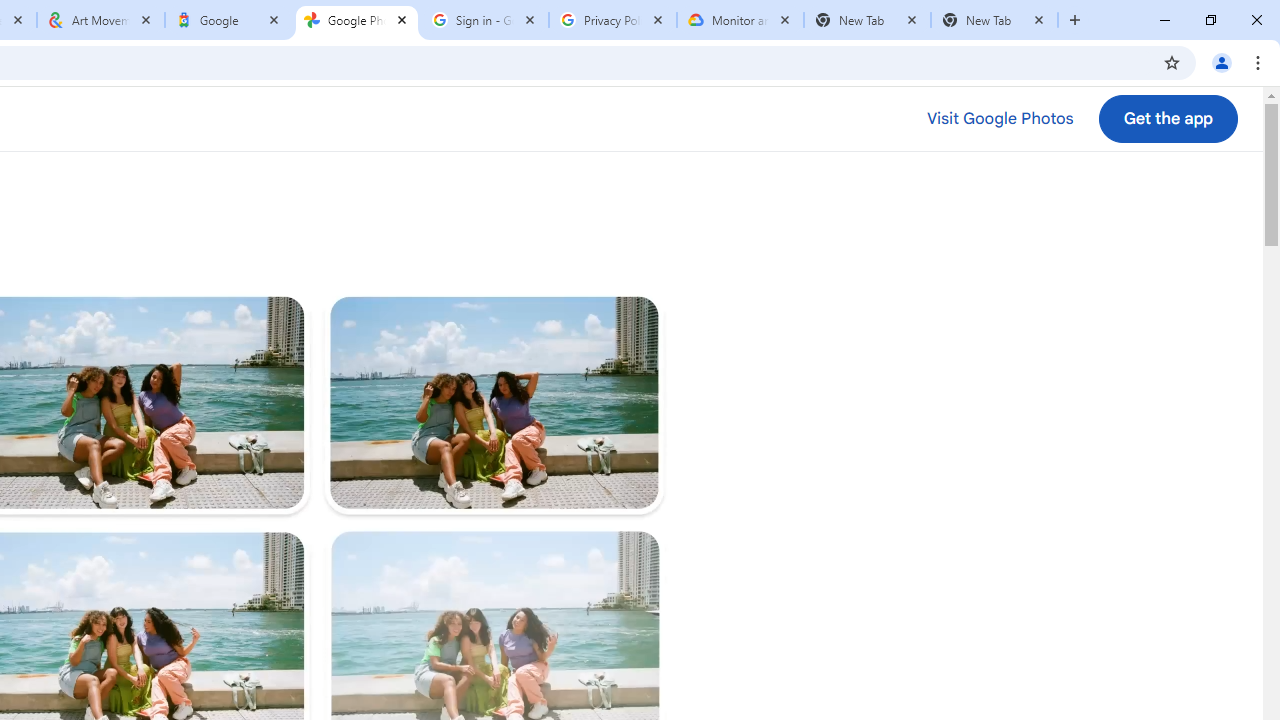 The width and height of the screenshot is (1280, 720). Describe the element at coordinates (485, 20) in the screenshot. I see `'Sign in - Google Accounts'` at that location.